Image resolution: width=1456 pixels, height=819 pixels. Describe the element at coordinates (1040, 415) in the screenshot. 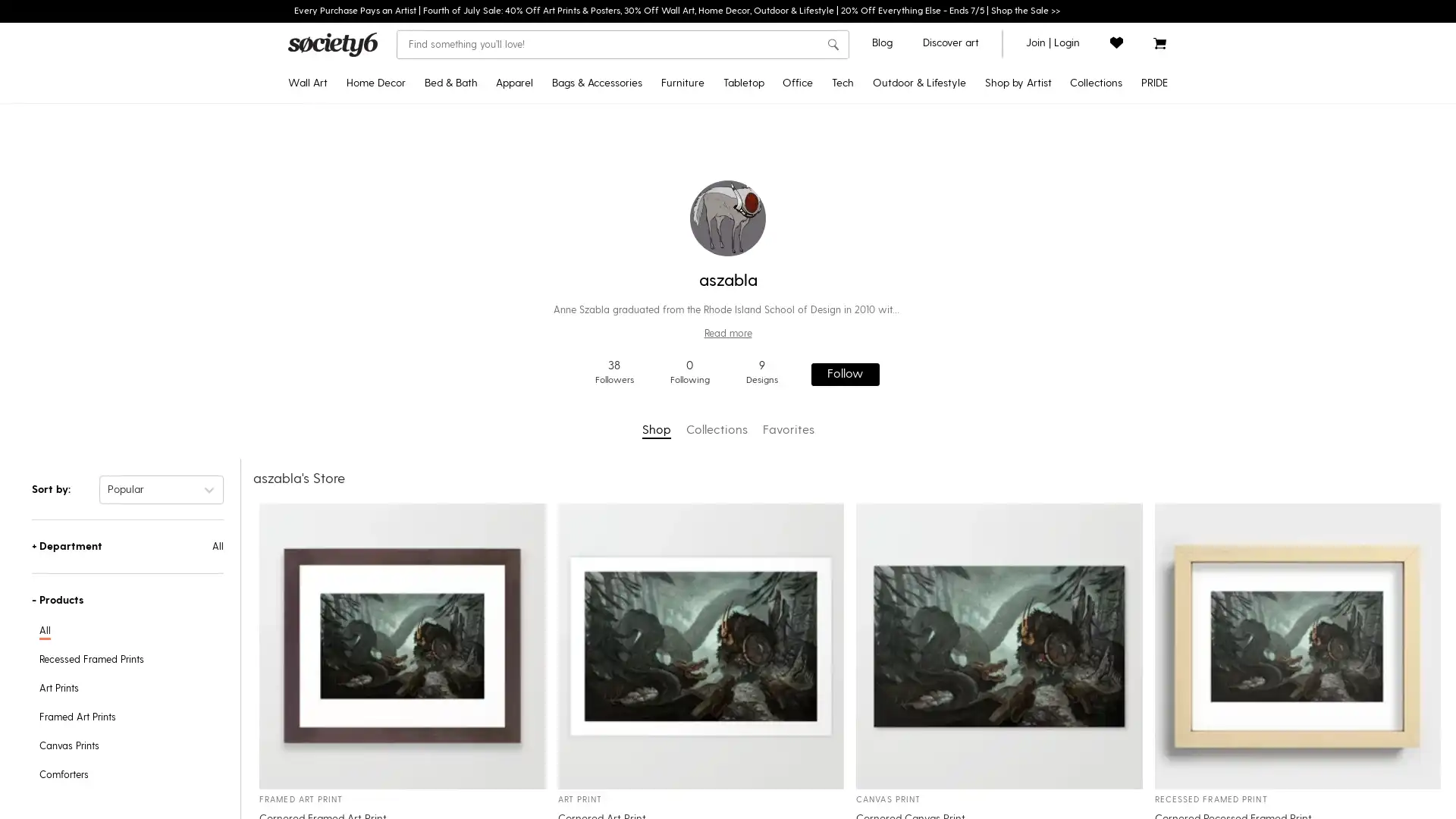

I see `Introducing: Tabletop Textiles` at that location.